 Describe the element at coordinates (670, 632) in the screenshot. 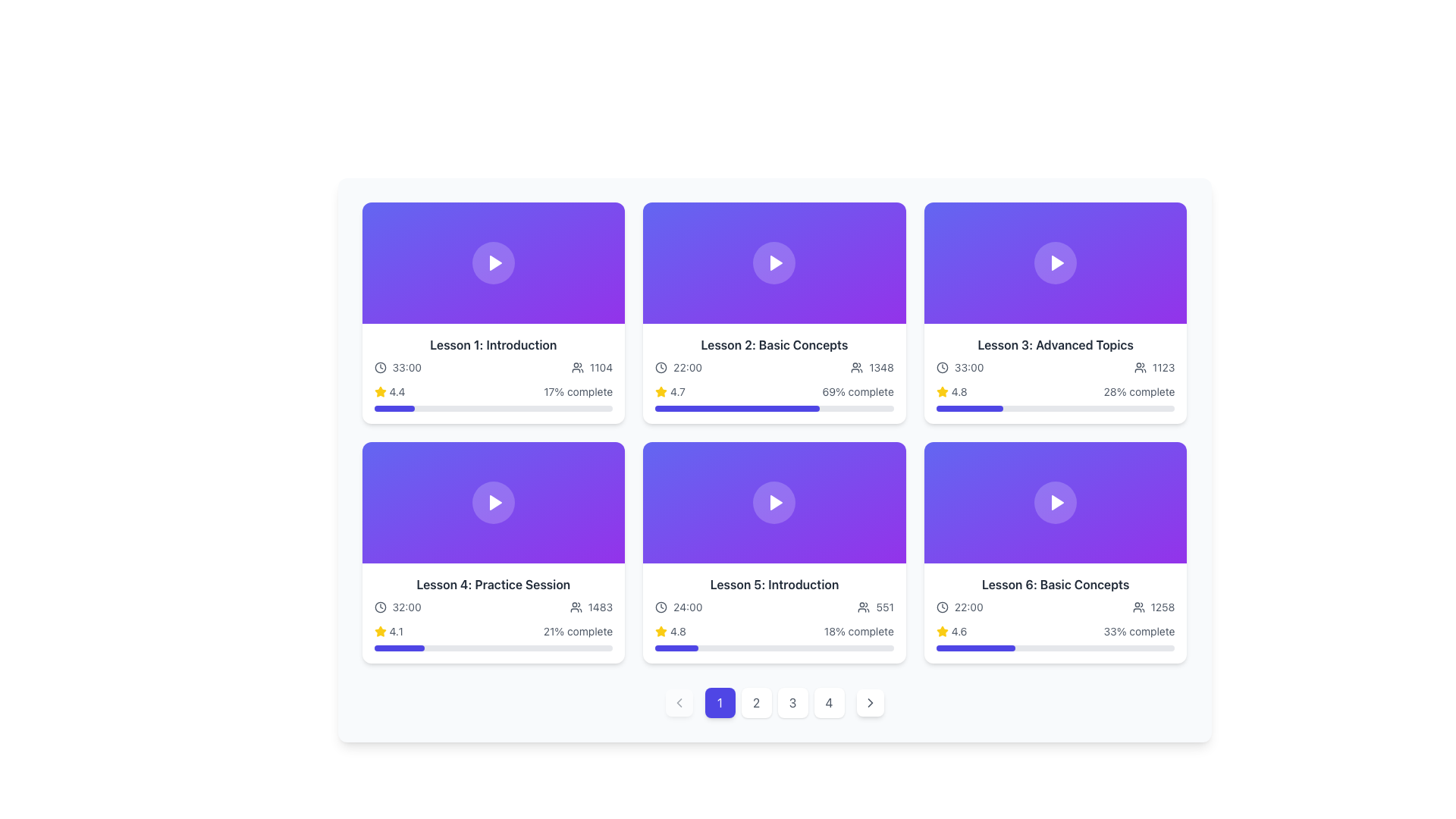

I see `the Rating Indicator located in the fifth card titled 'Lesson 5: Introduction' in the second row of the grid layout, positioned below the duration and participant count information and above the progress bar` at that location.